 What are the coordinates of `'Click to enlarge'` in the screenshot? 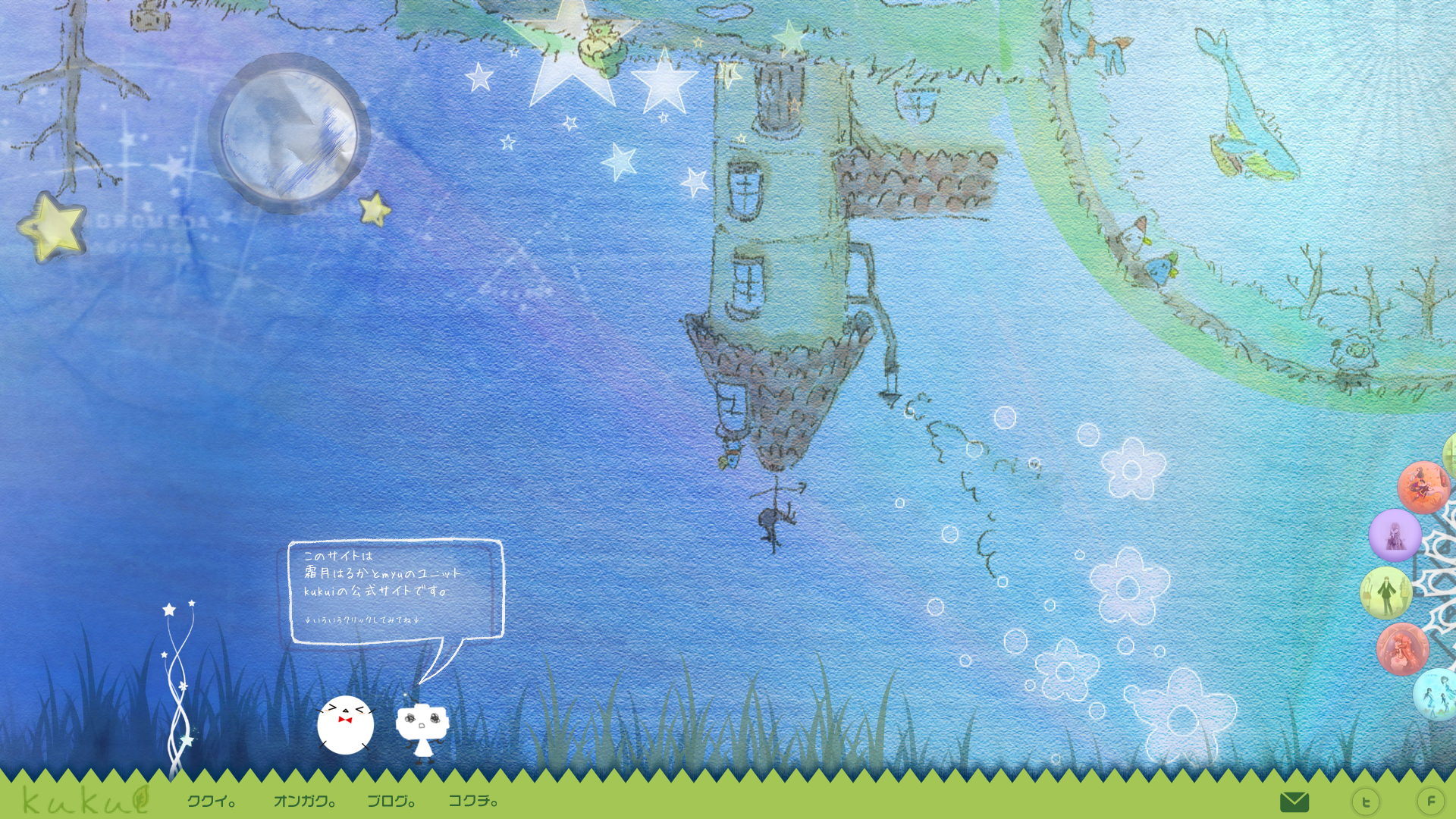 It's located at (1386, 592).